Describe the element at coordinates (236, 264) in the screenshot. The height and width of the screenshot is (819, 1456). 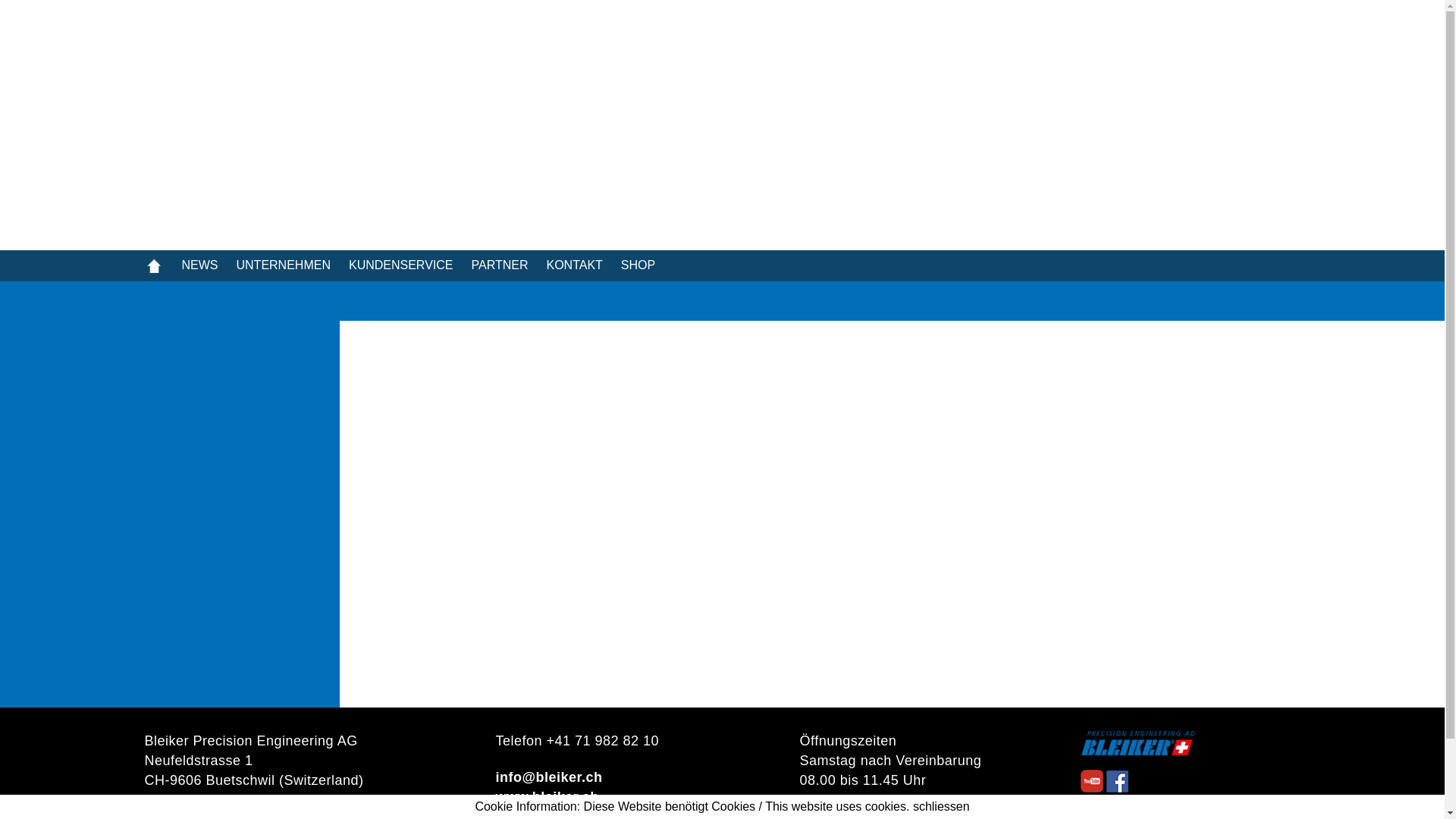
I see `'UNTERNEHMEN'` at that location.